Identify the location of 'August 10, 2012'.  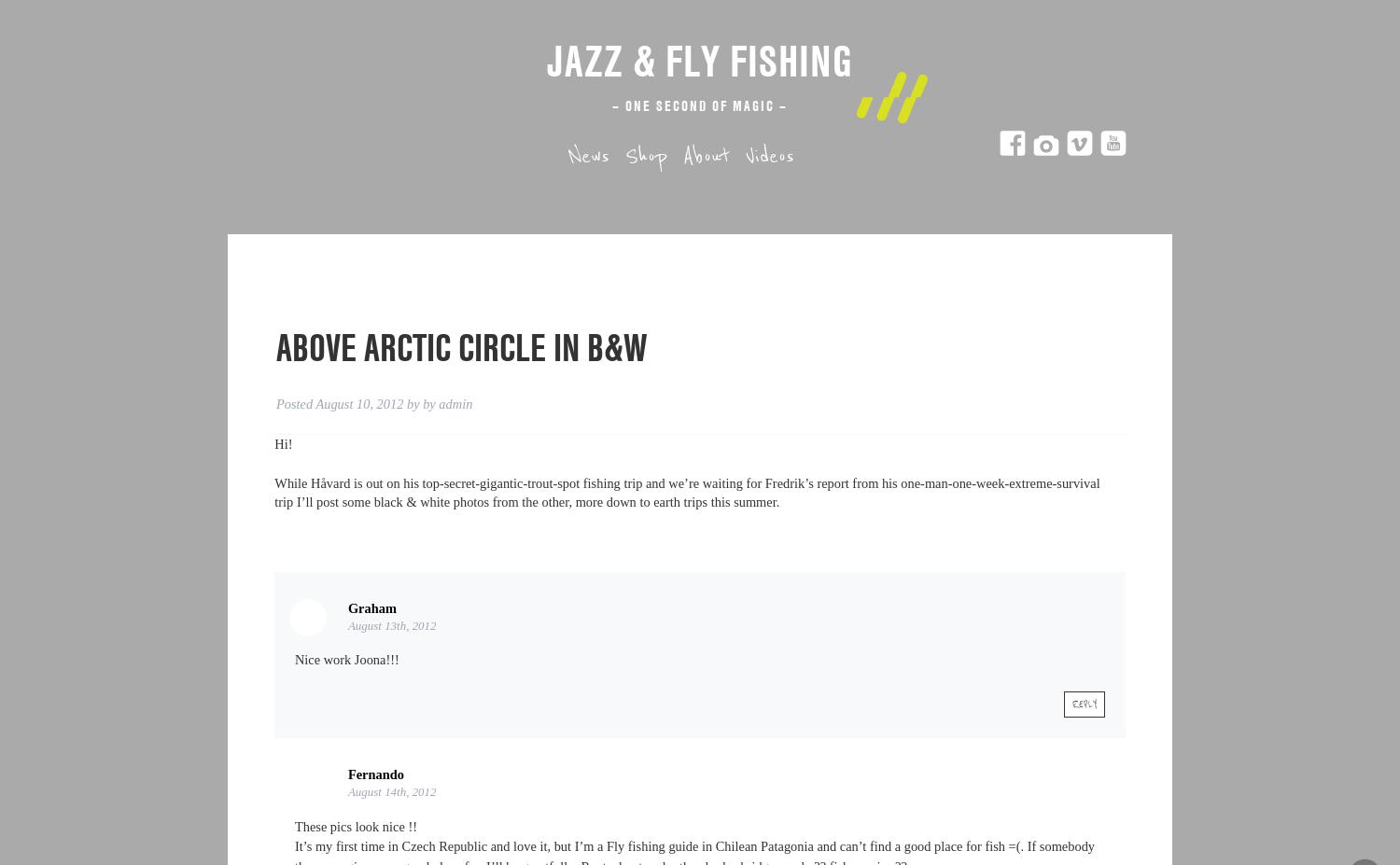
(314, 403).